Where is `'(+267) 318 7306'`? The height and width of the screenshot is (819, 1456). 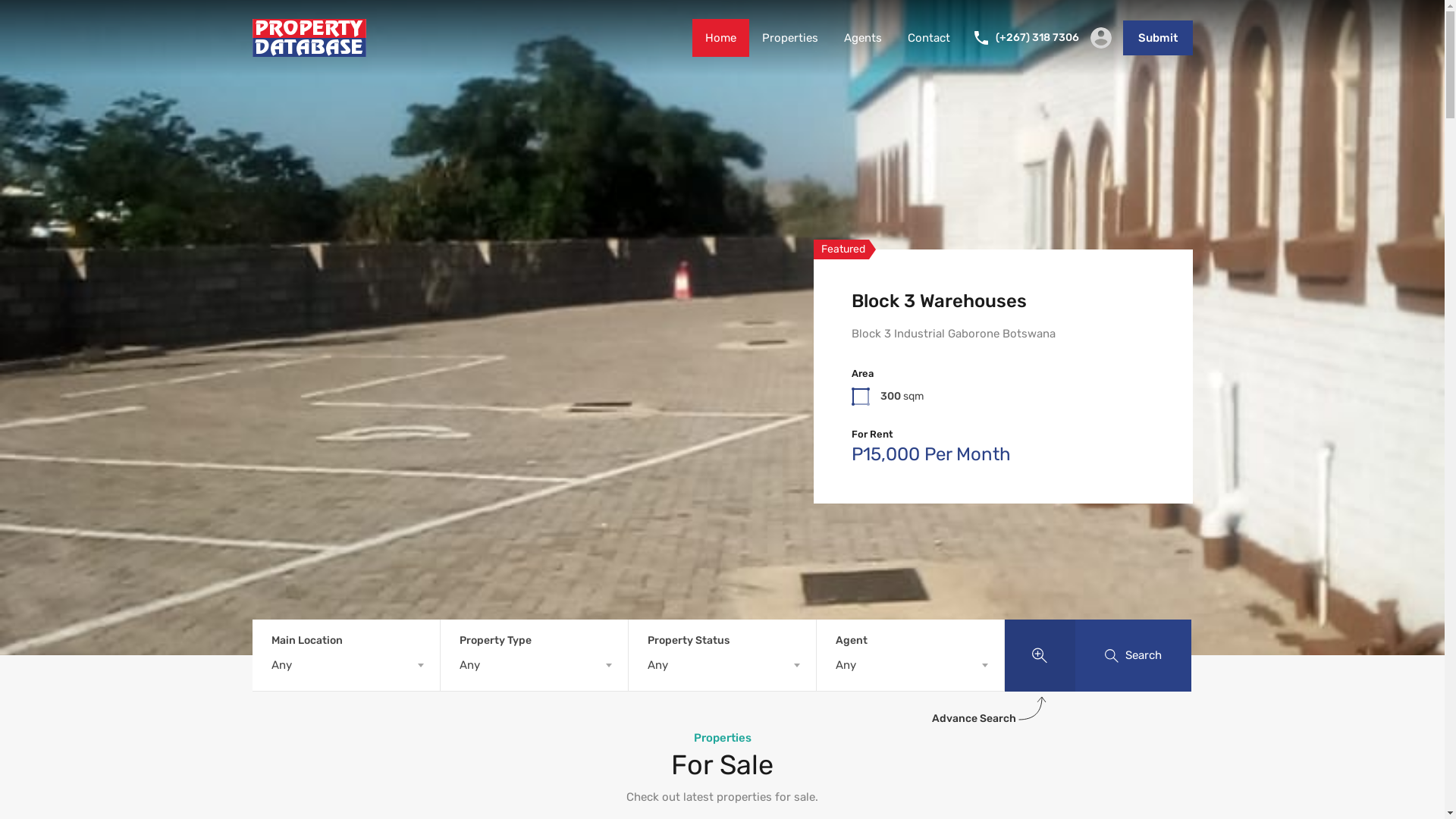 '(+267) 318 7306' is located at coordinates (1036, 37).